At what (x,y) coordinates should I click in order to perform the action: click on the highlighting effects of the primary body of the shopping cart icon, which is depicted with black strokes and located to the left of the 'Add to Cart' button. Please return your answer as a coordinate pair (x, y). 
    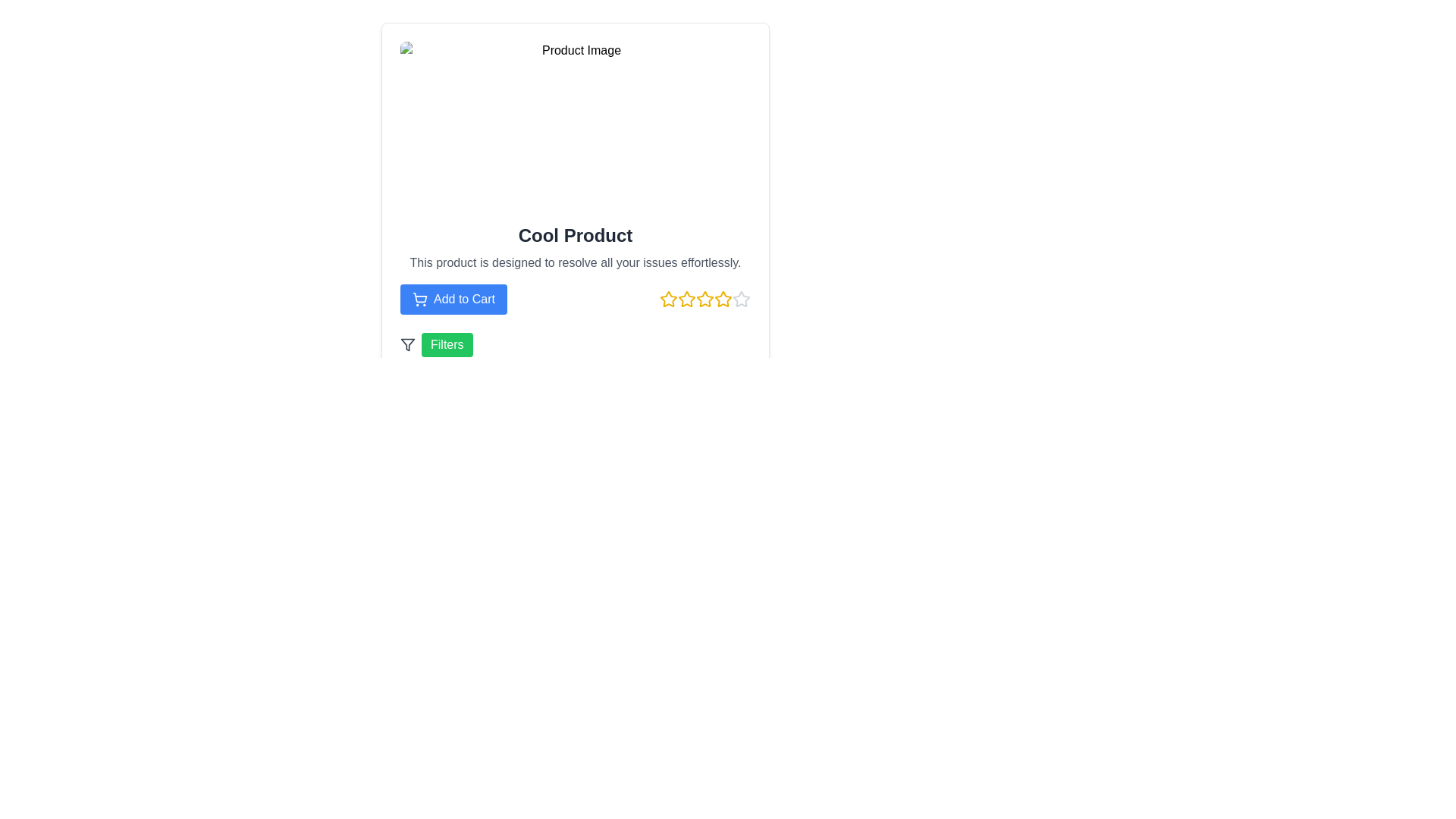
    Looking at the image, I should click on (420, 297).